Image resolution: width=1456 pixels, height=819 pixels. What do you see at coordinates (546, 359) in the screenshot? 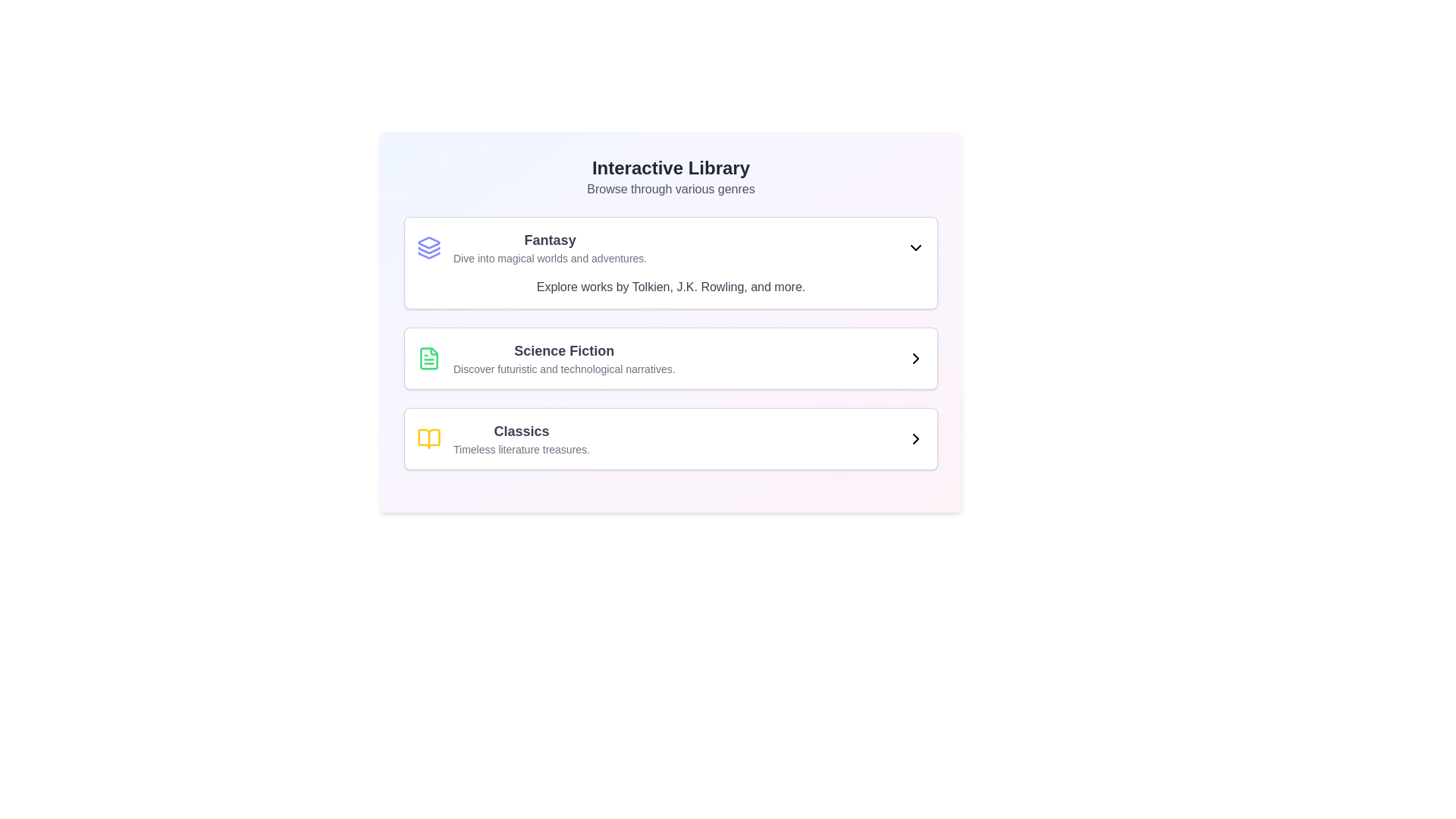
I see `the 'Science Fiction' category list item, which is the second entry in the vertical list of categories positioned between 'Fantasy' and 'Classics'` at bounding box center [546, 359].